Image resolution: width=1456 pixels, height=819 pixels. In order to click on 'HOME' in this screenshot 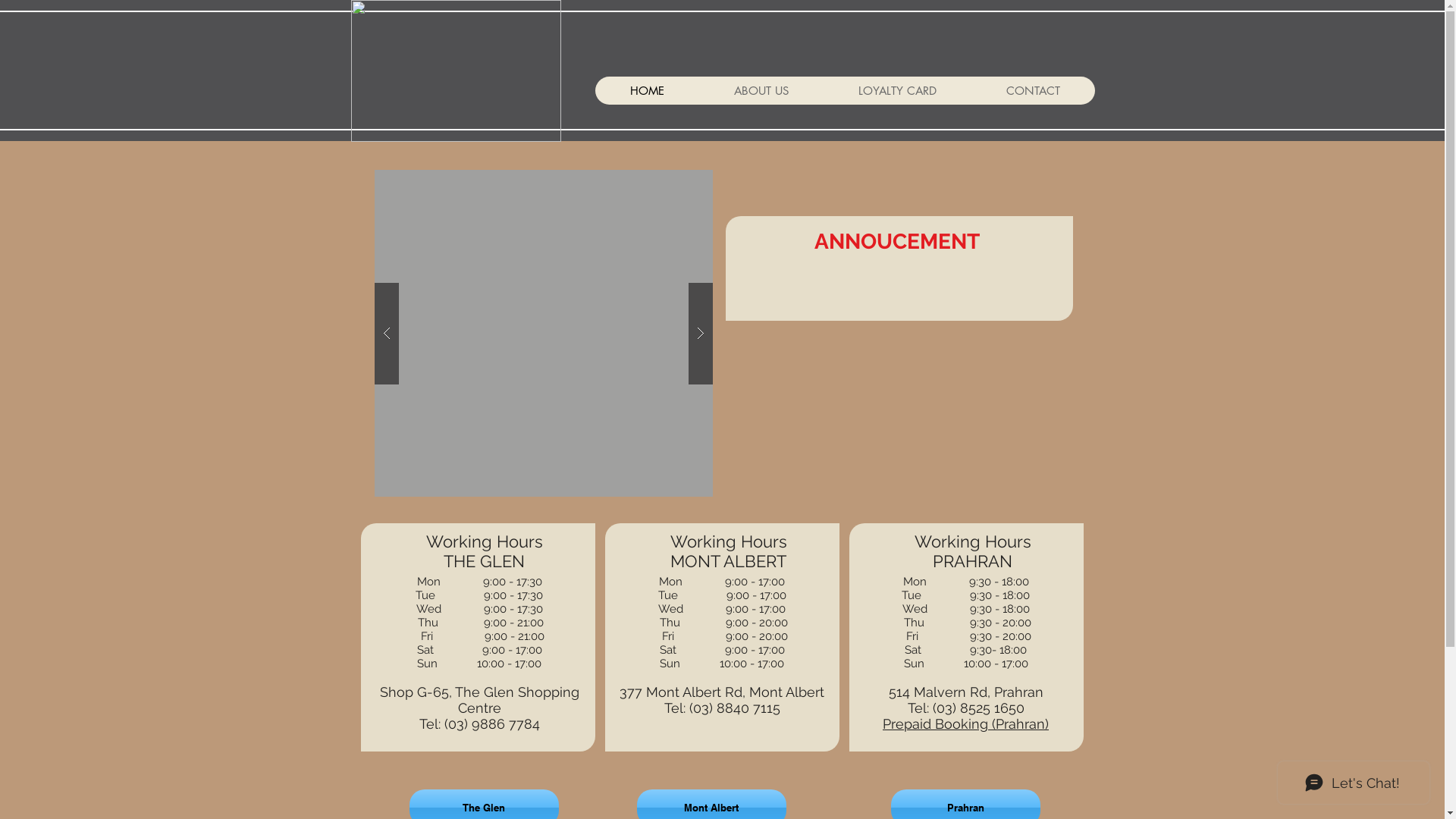, I will do `click(646, 90)`.